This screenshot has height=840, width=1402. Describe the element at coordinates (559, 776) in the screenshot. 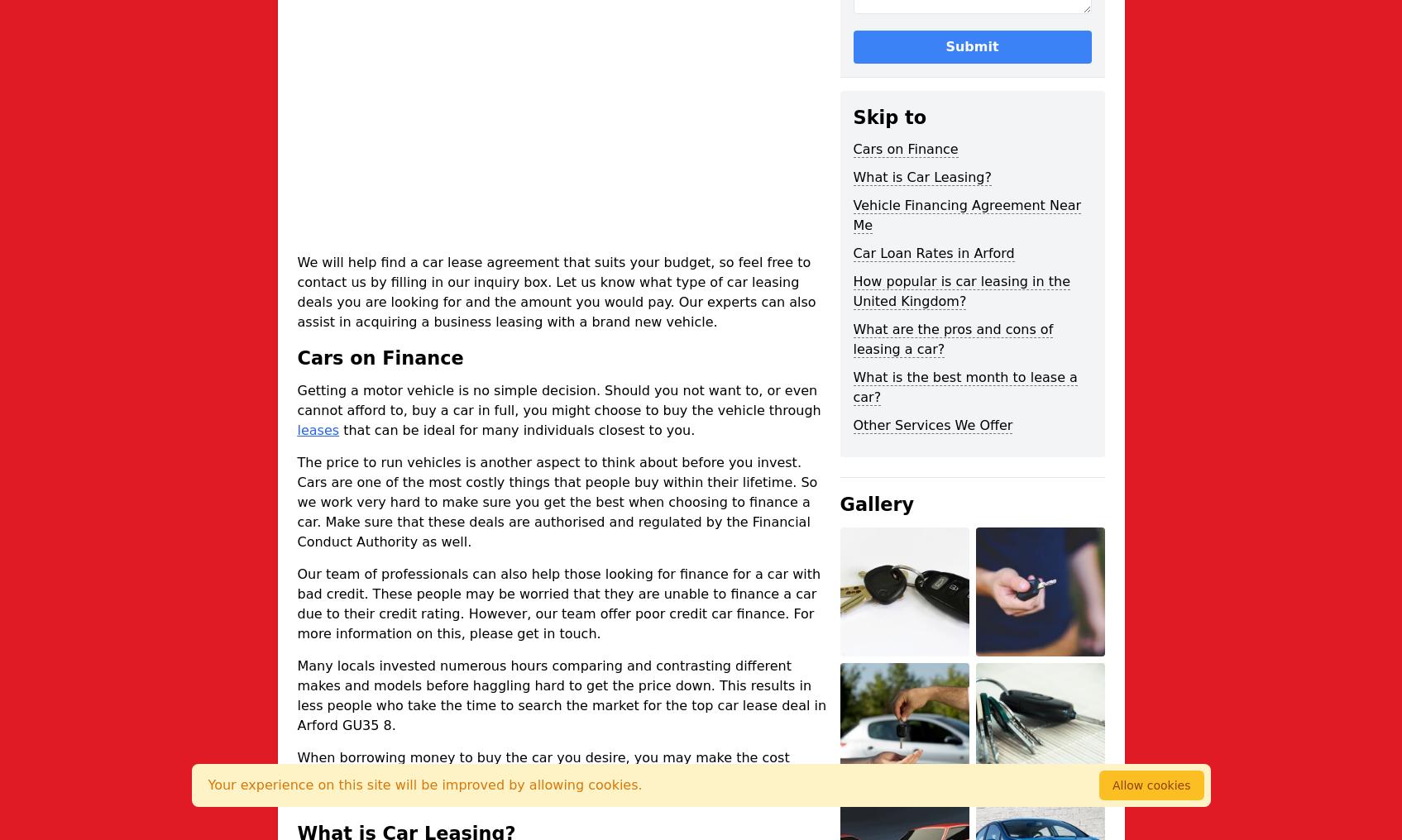

I see `'When borrowing money to buy the car you desire, you may make the cost more expensive in the end. So it is imperative to analyse interest rates and the fees available to be sure you do not pay more than you need.'` at that location.